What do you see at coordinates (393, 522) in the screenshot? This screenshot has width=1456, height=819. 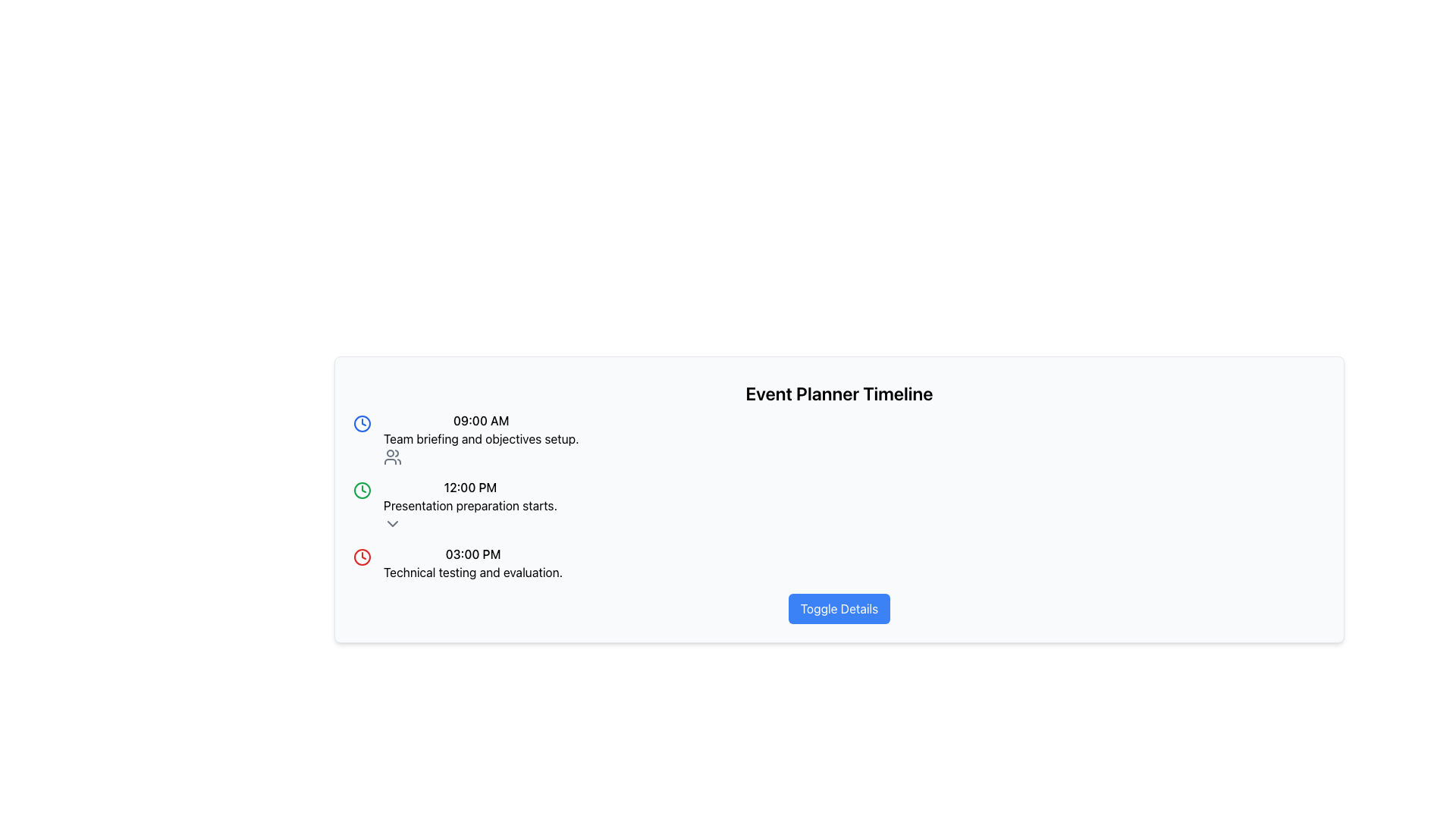 I see `the downward-facing chevron icon with a black outline and light-gray fill, located in the third row of the timeline list under '12:00 PM Presentation preparation starts'` at bounding box center [393, 522].